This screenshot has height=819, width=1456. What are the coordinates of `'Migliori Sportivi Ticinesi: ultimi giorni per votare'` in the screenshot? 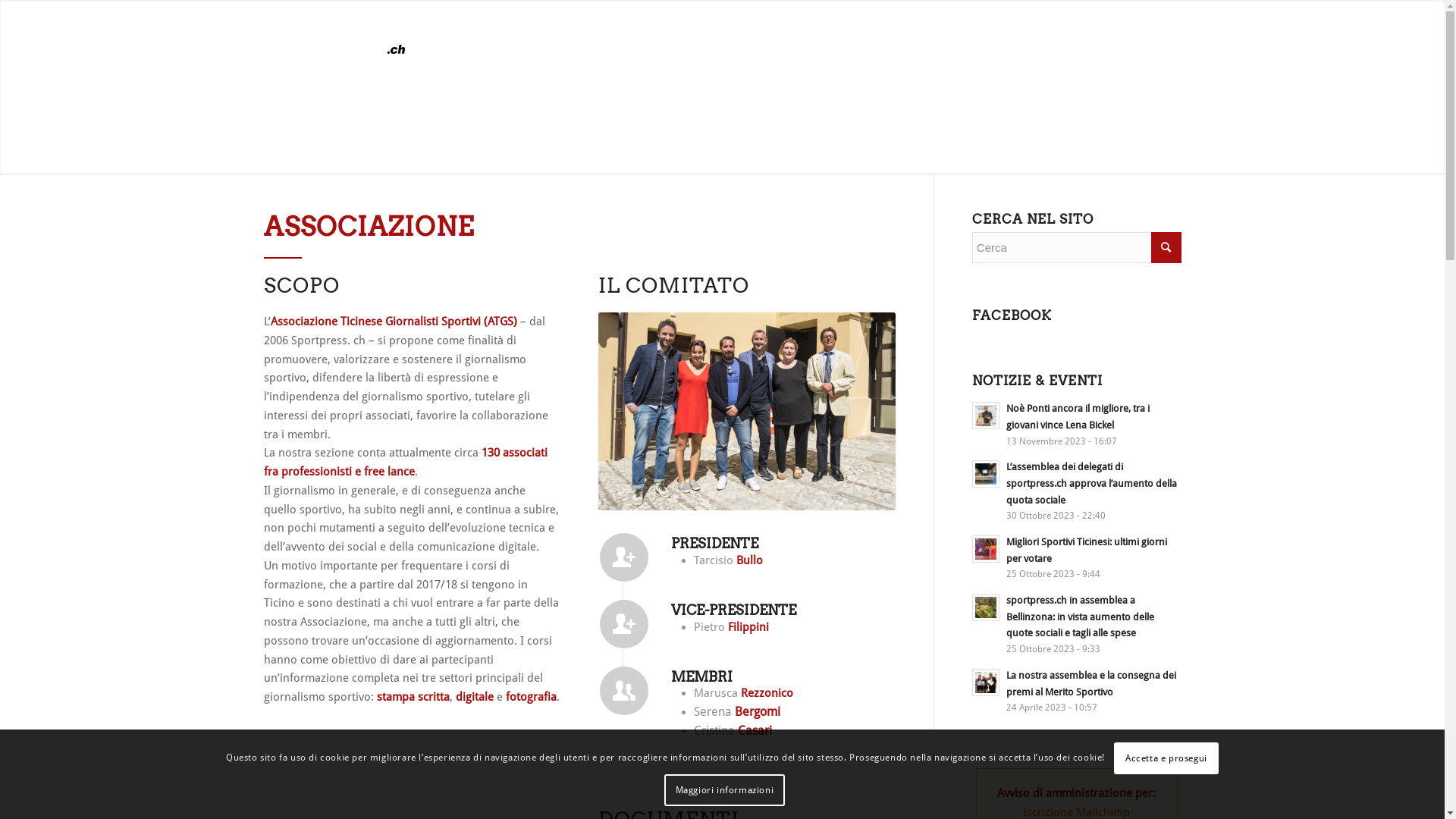 It's located at (1086, 550).